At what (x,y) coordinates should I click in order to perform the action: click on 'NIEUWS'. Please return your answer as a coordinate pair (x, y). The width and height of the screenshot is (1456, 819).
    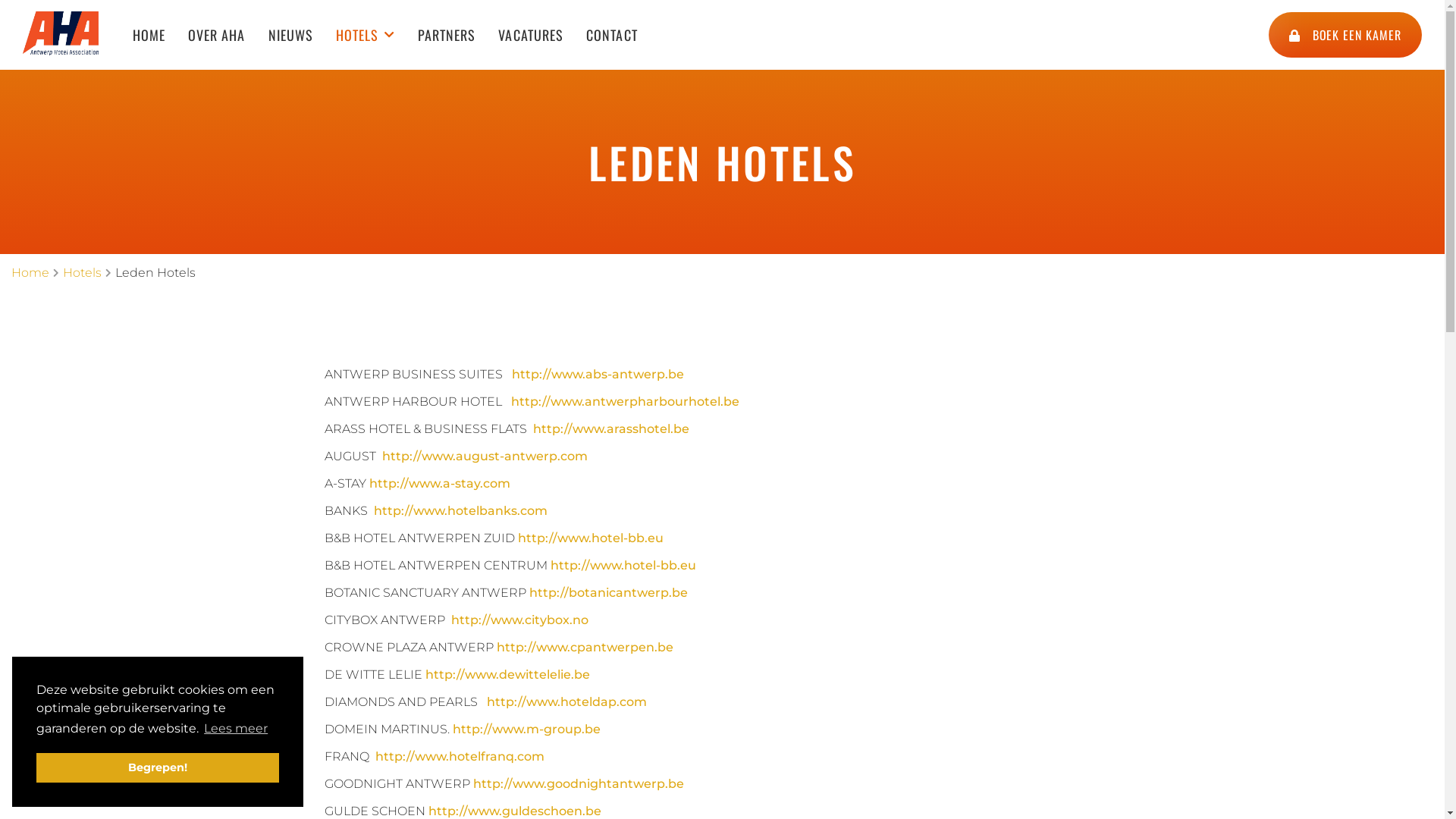
    Looking at the image, I should click on (290, 34).